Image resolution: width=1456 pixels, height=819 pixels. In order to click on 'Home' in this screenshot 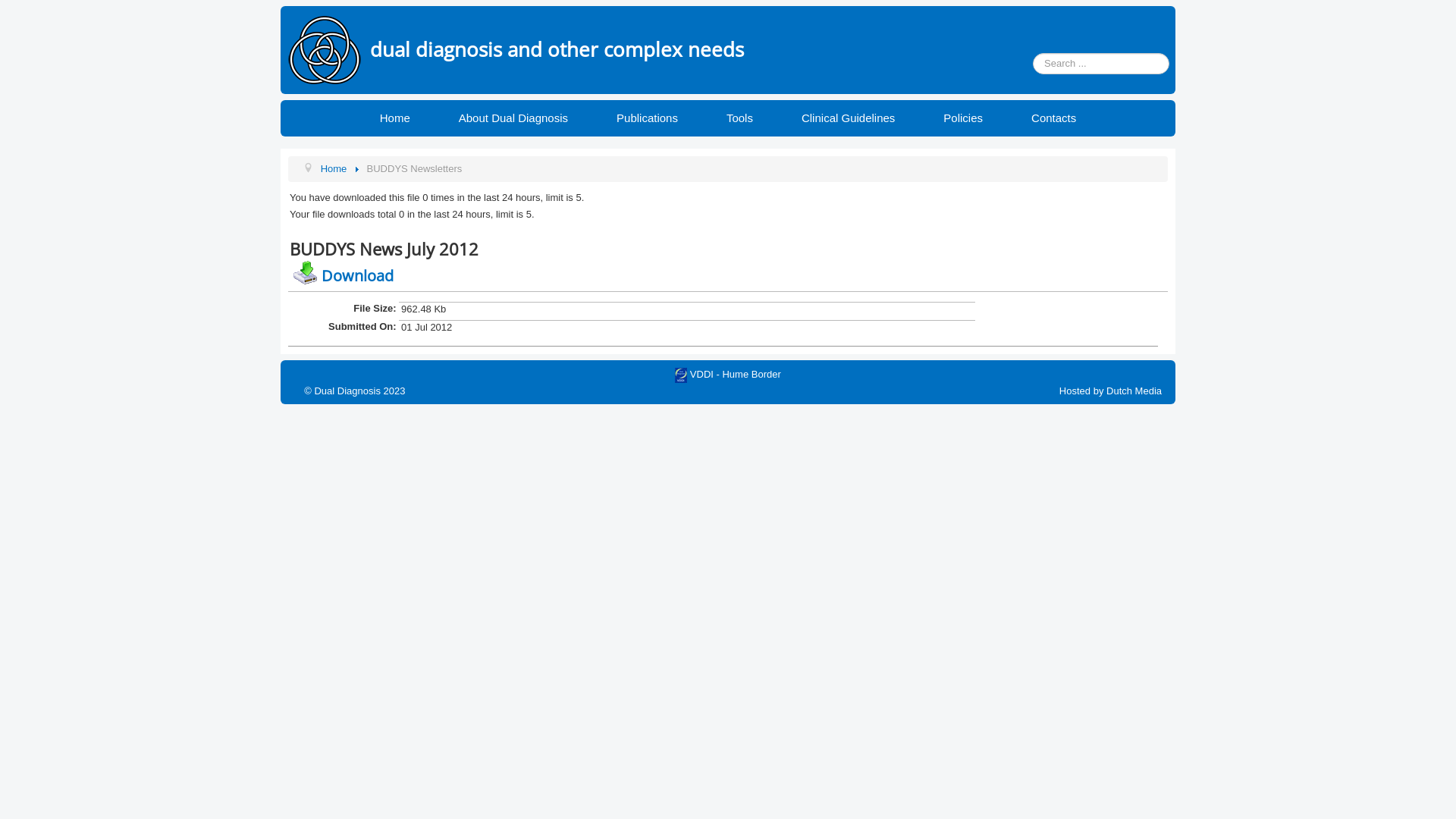, I will do `click(395, 117)`.